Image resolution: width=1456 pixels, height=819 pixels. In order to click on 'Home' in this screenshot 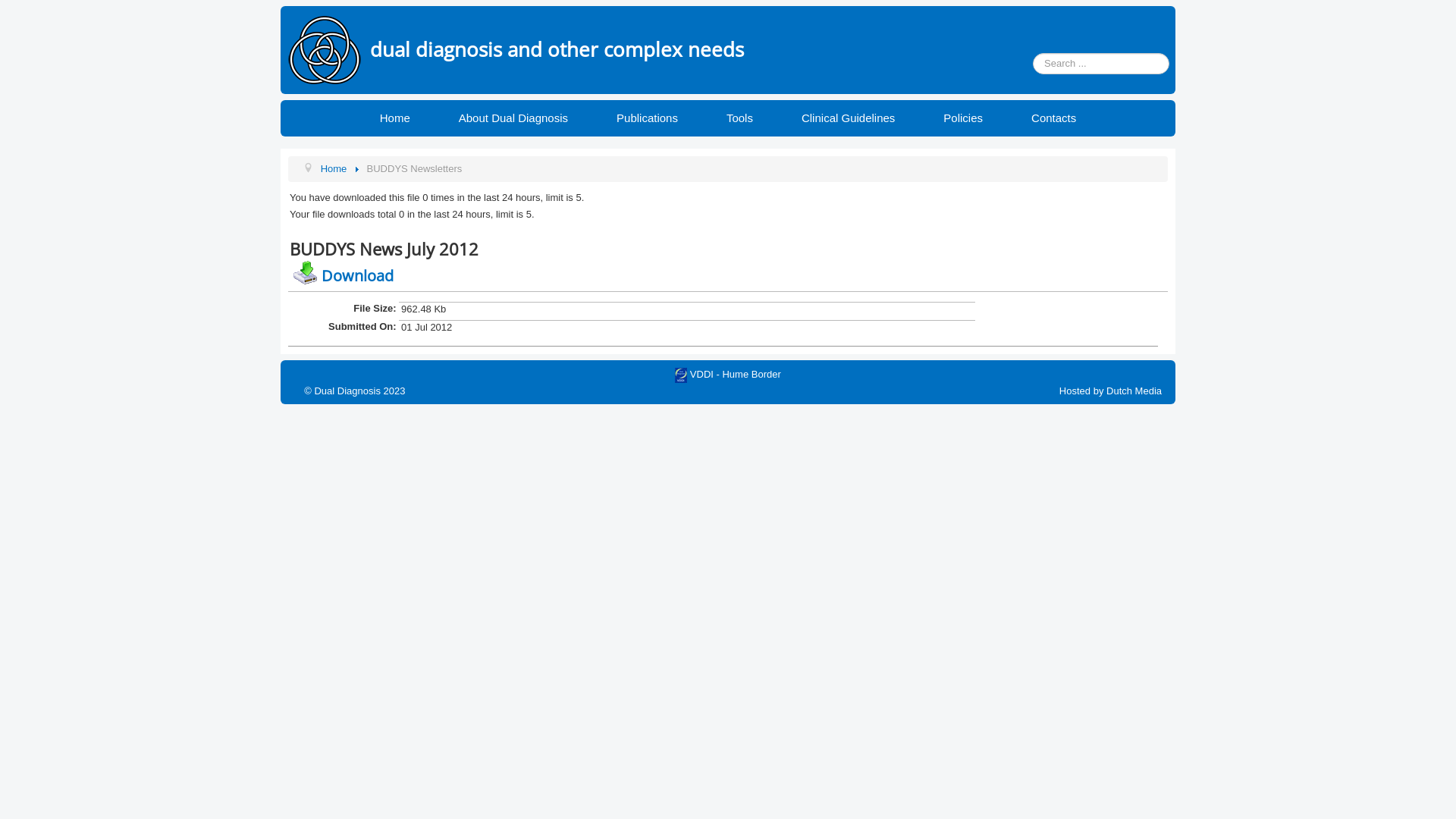, I will do `click(395, 117)`.